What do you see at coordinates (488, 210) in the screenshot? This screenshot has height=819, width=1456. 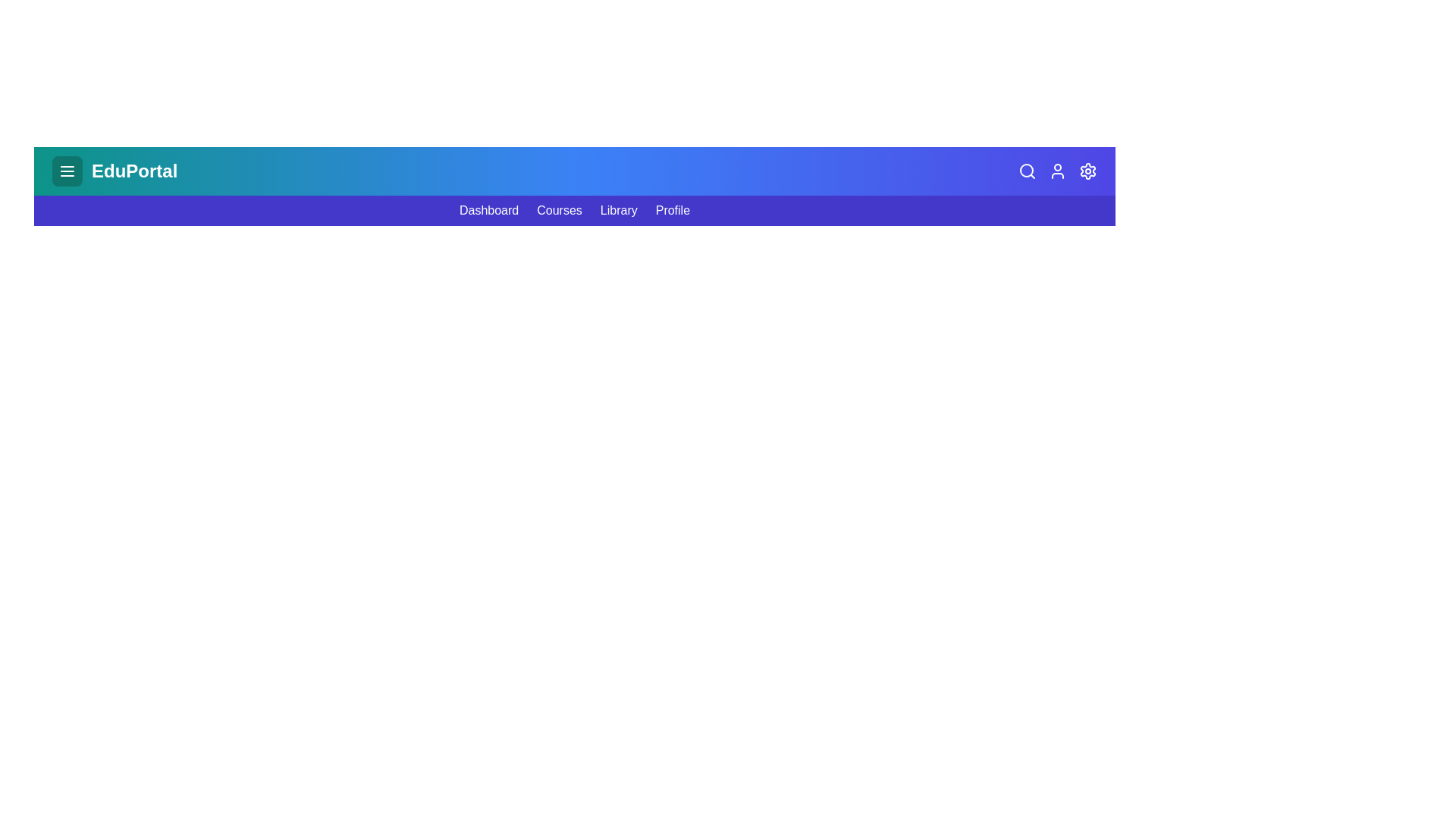 I see `the navigation link Dashboard in the menu bar` at bounding box center [488, 210].